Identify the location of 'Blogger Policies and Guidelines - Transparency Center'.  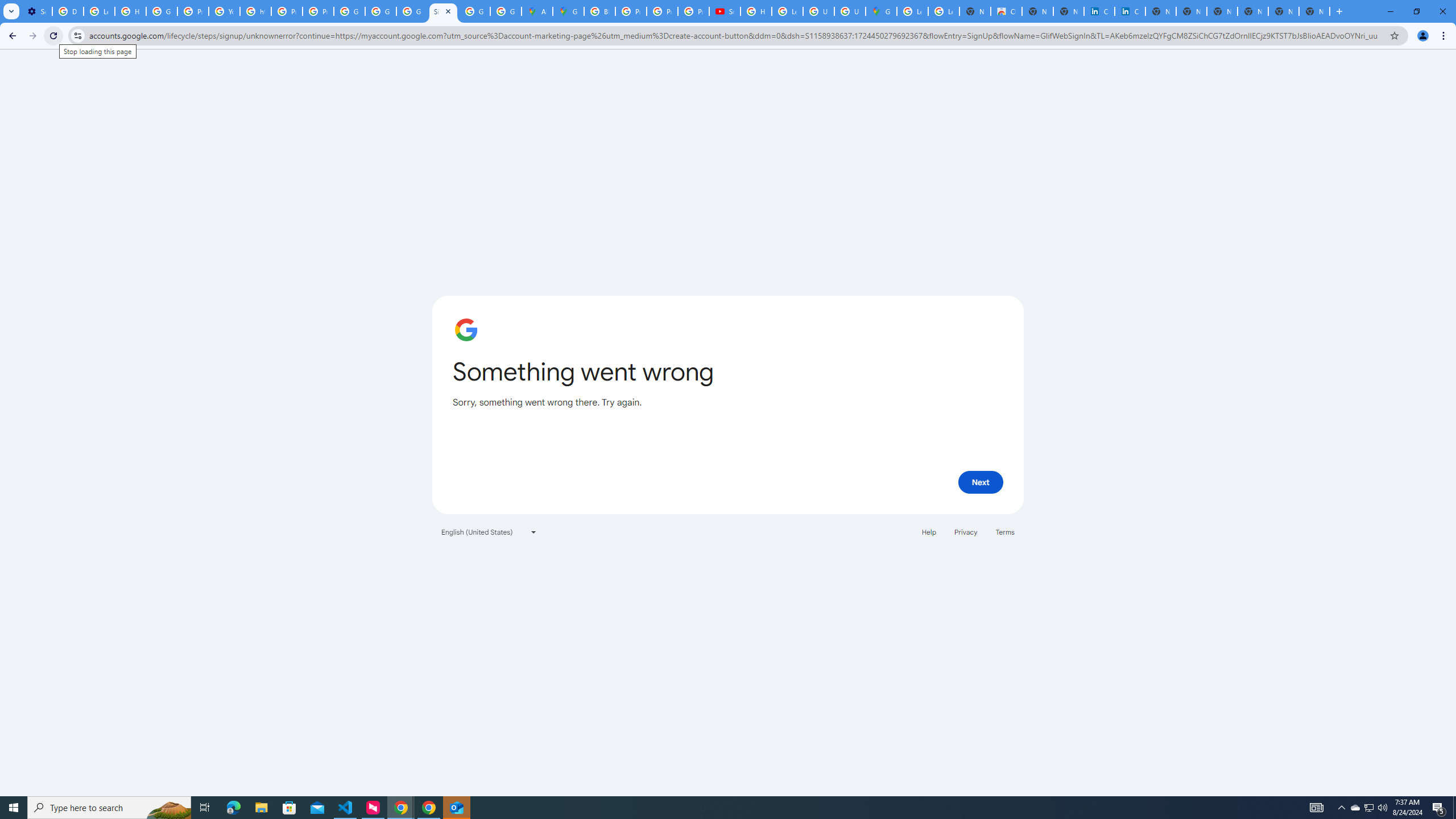
(599, 11).